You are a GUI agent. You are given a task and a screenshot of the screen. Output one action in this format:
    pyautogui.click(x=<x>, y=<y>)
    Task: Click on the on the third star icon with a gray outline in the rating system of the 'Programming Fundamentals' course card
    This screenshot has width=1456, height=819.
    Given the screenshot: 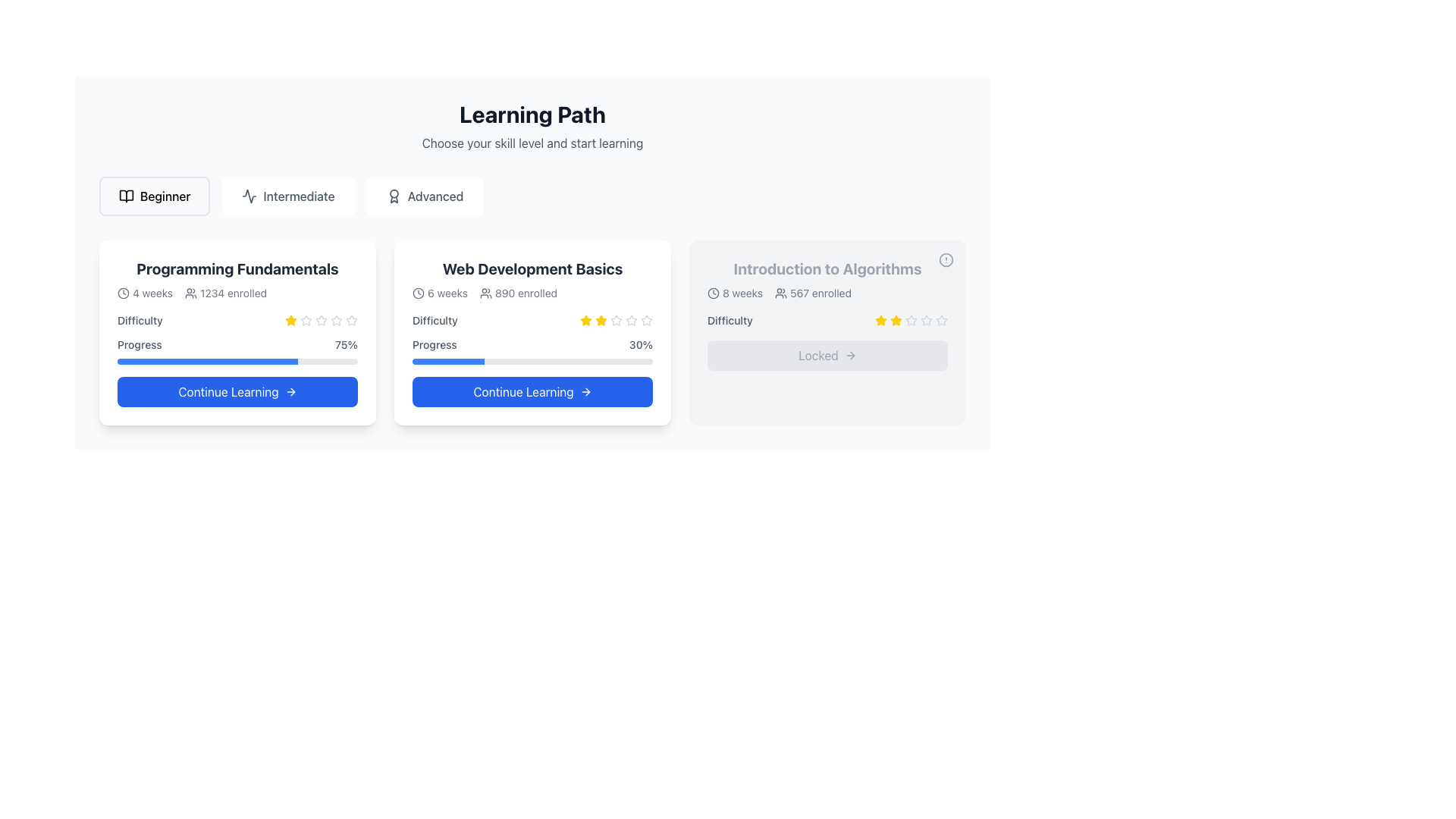 What is the action you would take?
    pyautogui.click(x=305, y=320)
    